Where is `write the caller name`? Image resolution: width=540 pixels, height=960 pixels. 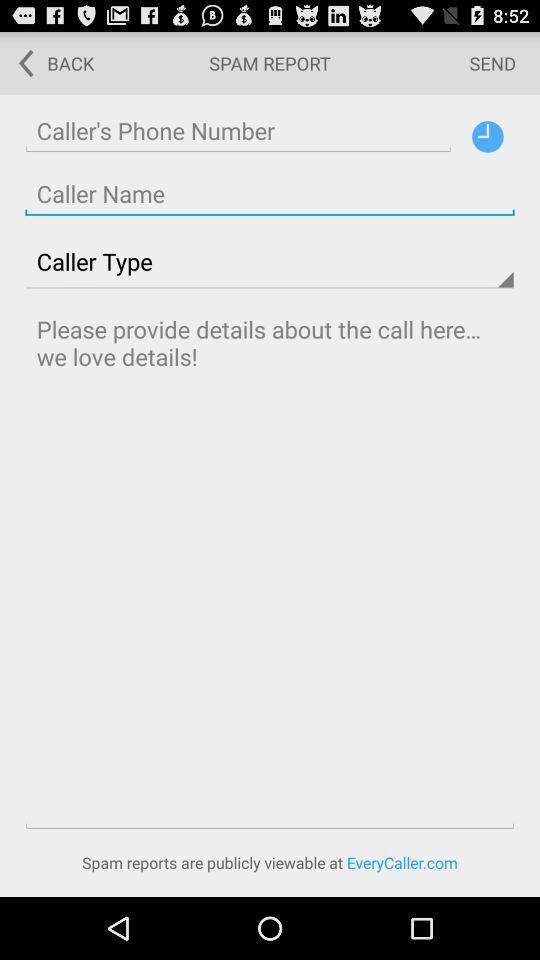 write the caller name is located at coordinates (270, 193).